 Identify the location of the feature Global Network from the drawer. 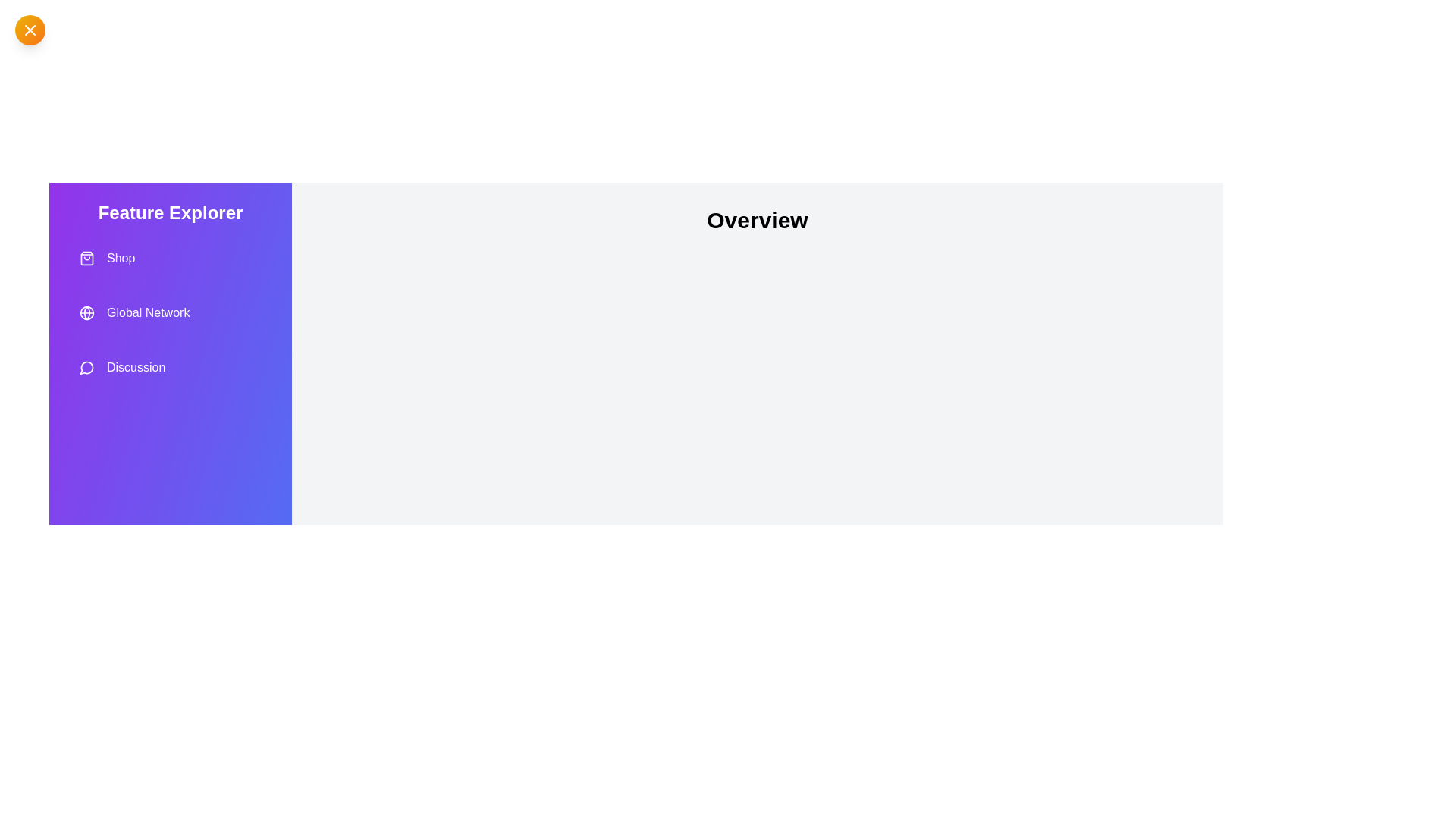
(171, 312).